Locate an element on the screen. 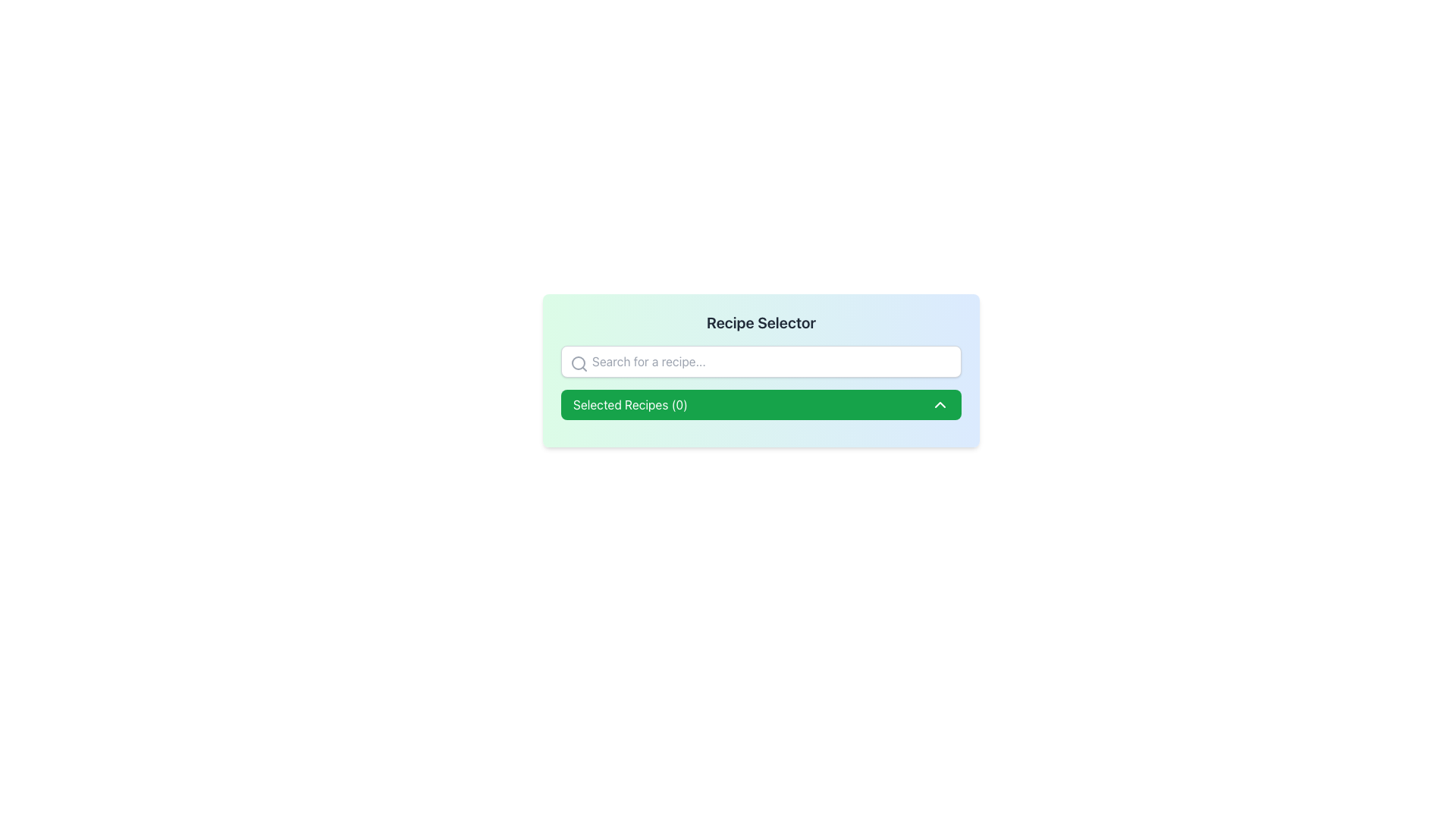 Image resolution: width=1456 pixels, height=819 pixels. the magnifying glass icon located on the left side of the 'Search for a recipe...' text input field in the 'Recipe Selector' box is located at coordinates (578, 363).